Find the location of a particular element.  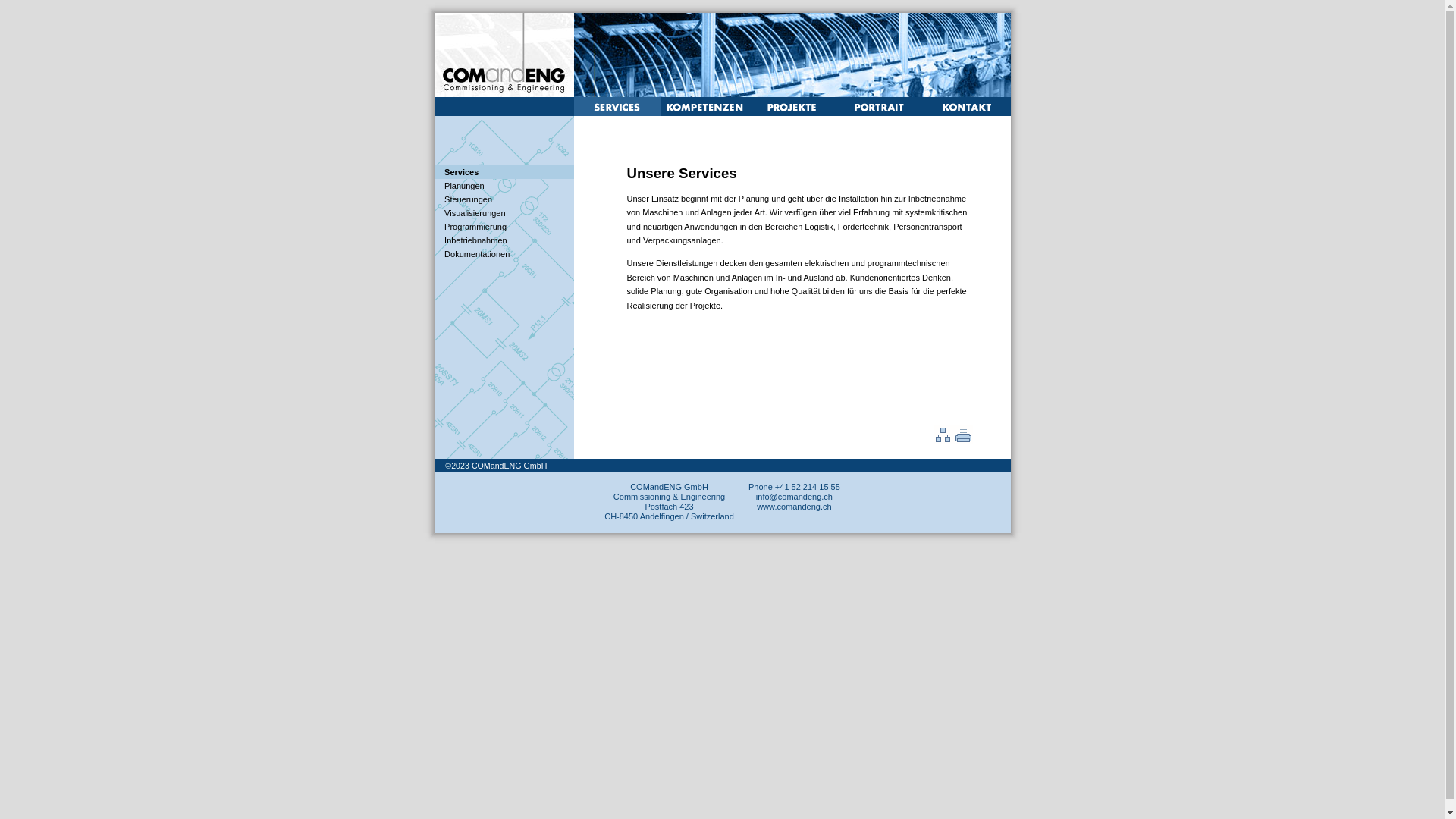

'Planungen' is located at coordinates (463, 185).